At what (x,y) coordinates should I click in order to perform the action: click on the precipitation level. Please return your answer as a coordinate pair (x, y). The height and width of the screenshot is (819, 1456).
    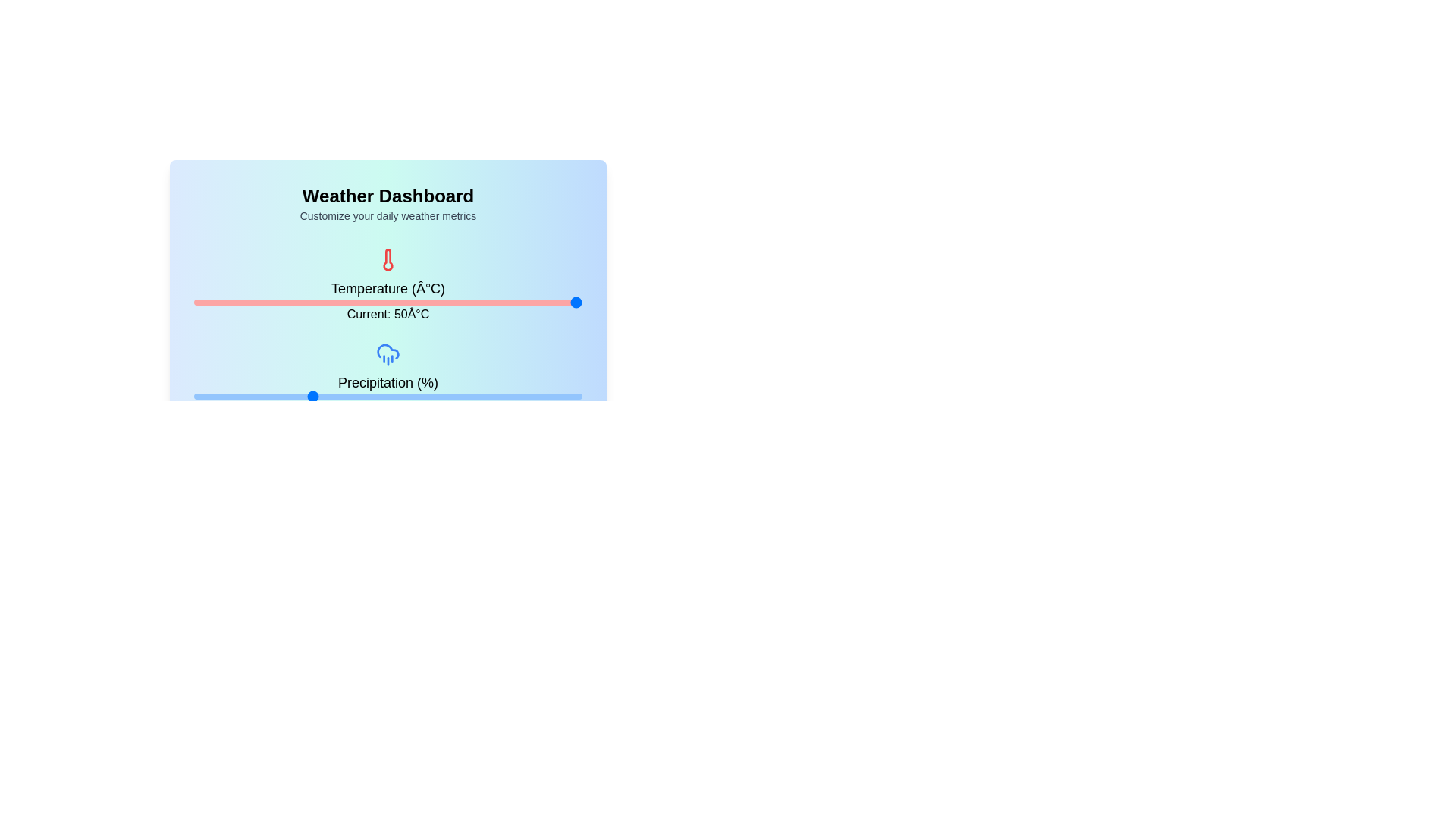
    Looking at the image, I should click on (365, 396).